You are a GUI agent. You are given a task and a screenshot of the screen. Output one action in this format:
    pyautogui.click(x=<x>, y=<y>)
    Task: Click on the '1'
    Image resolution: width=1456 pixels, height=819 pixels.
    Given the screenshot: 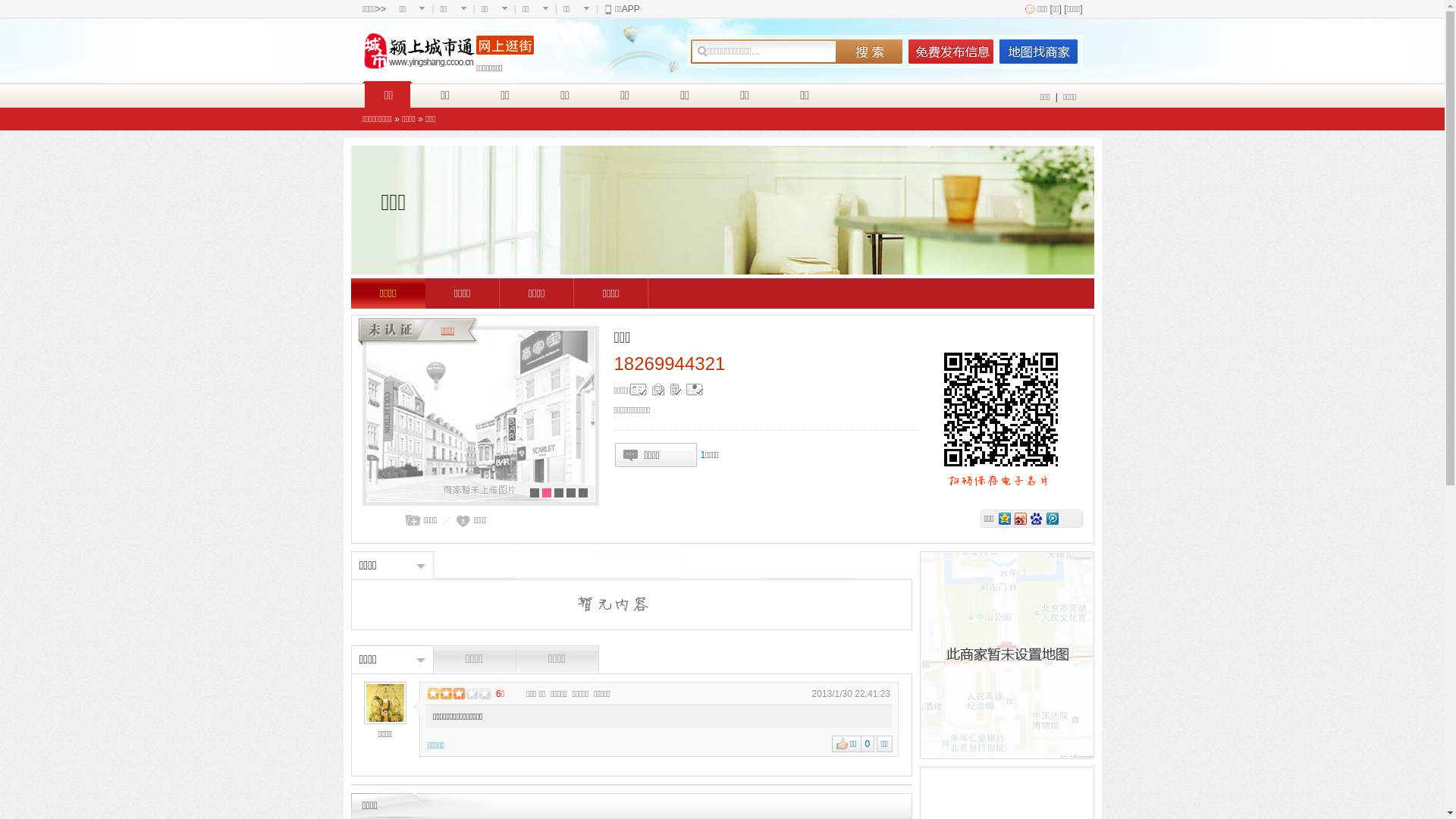 What is the action you would take?
    pyautogui.click(x=702, y=454)
    